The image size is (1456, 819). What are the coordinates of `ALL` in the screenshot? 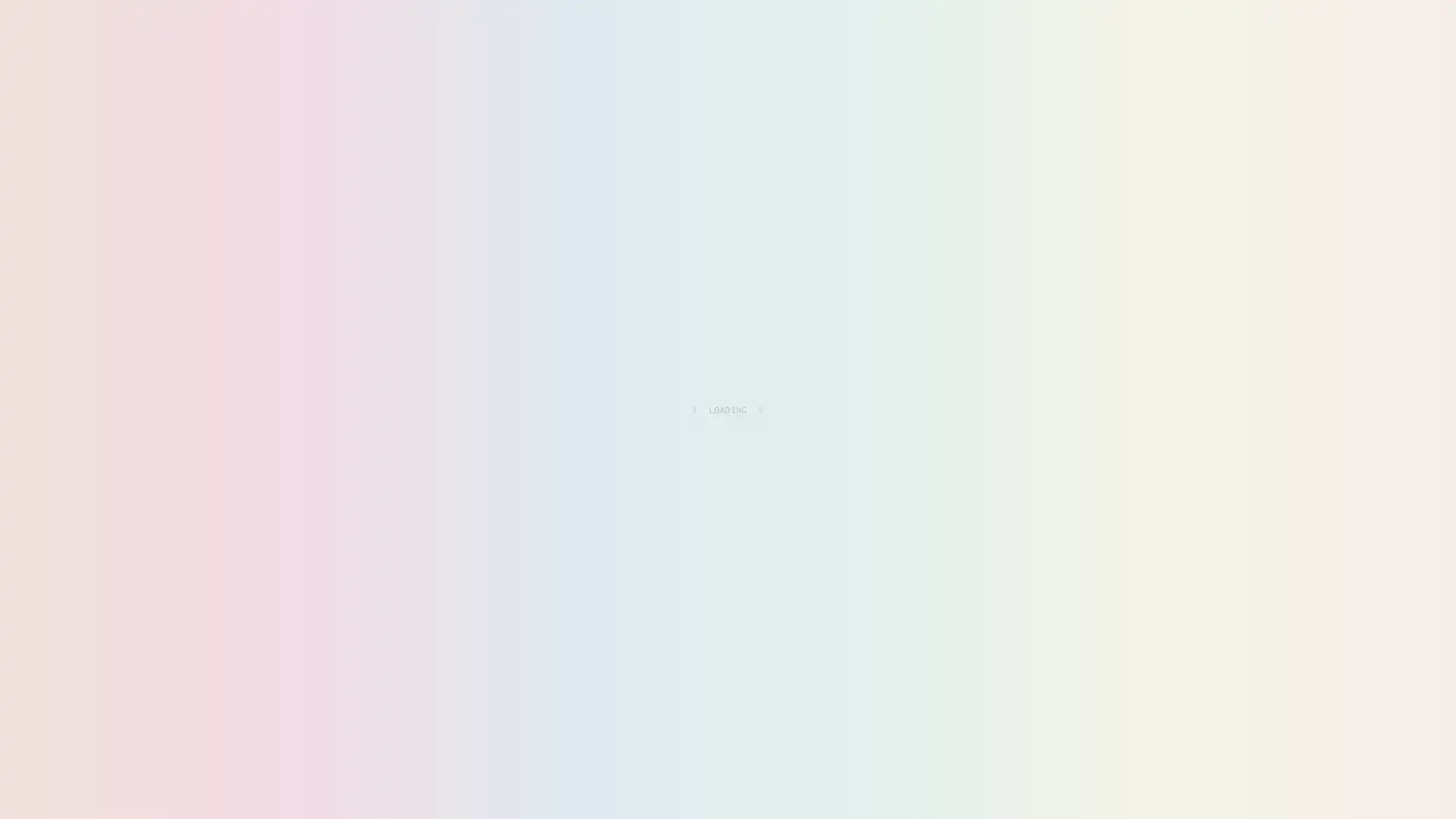 It's located at (179, 152).